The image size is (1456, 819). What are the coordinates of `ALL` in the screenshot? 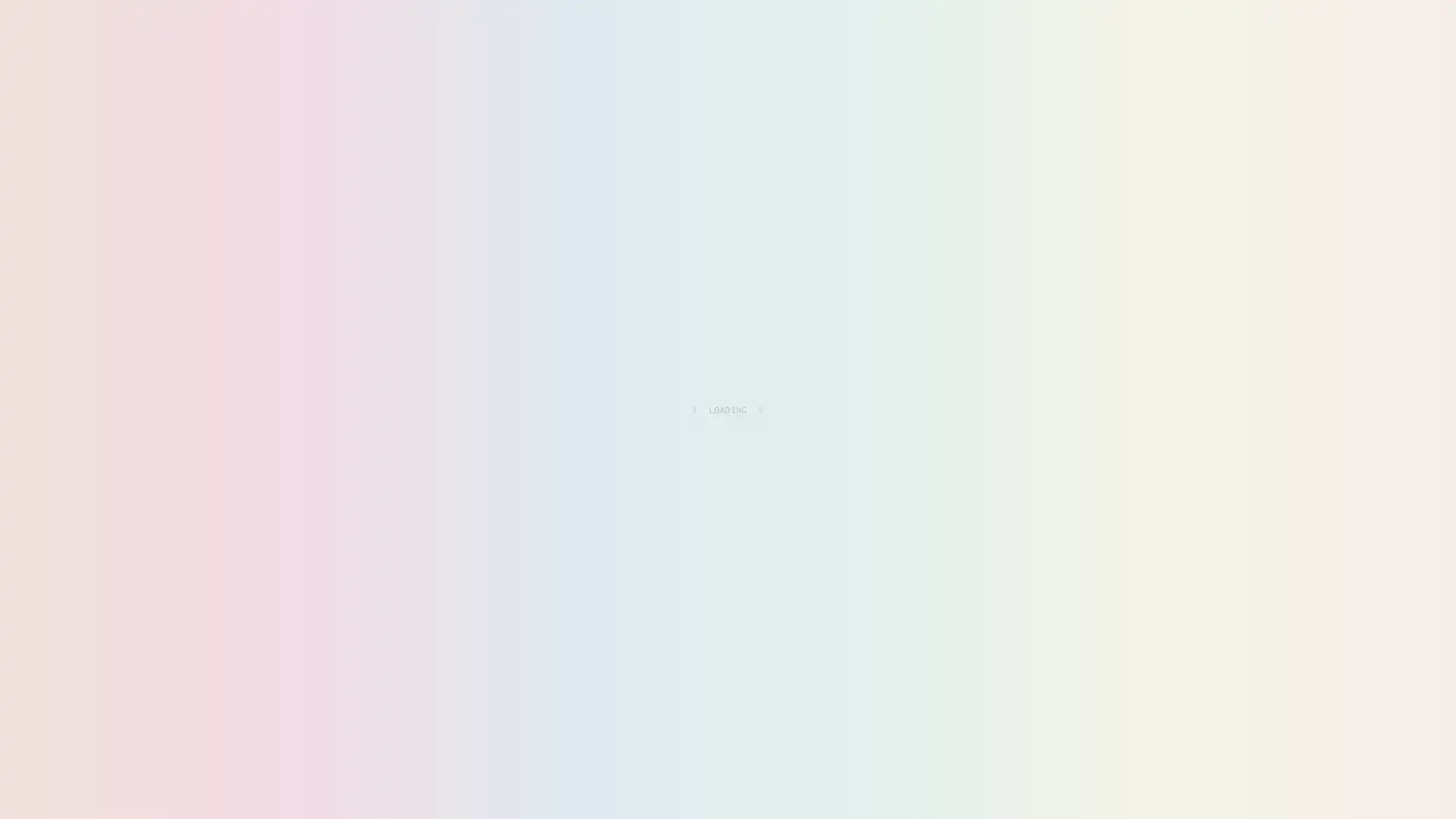 It's located at (179, 152).